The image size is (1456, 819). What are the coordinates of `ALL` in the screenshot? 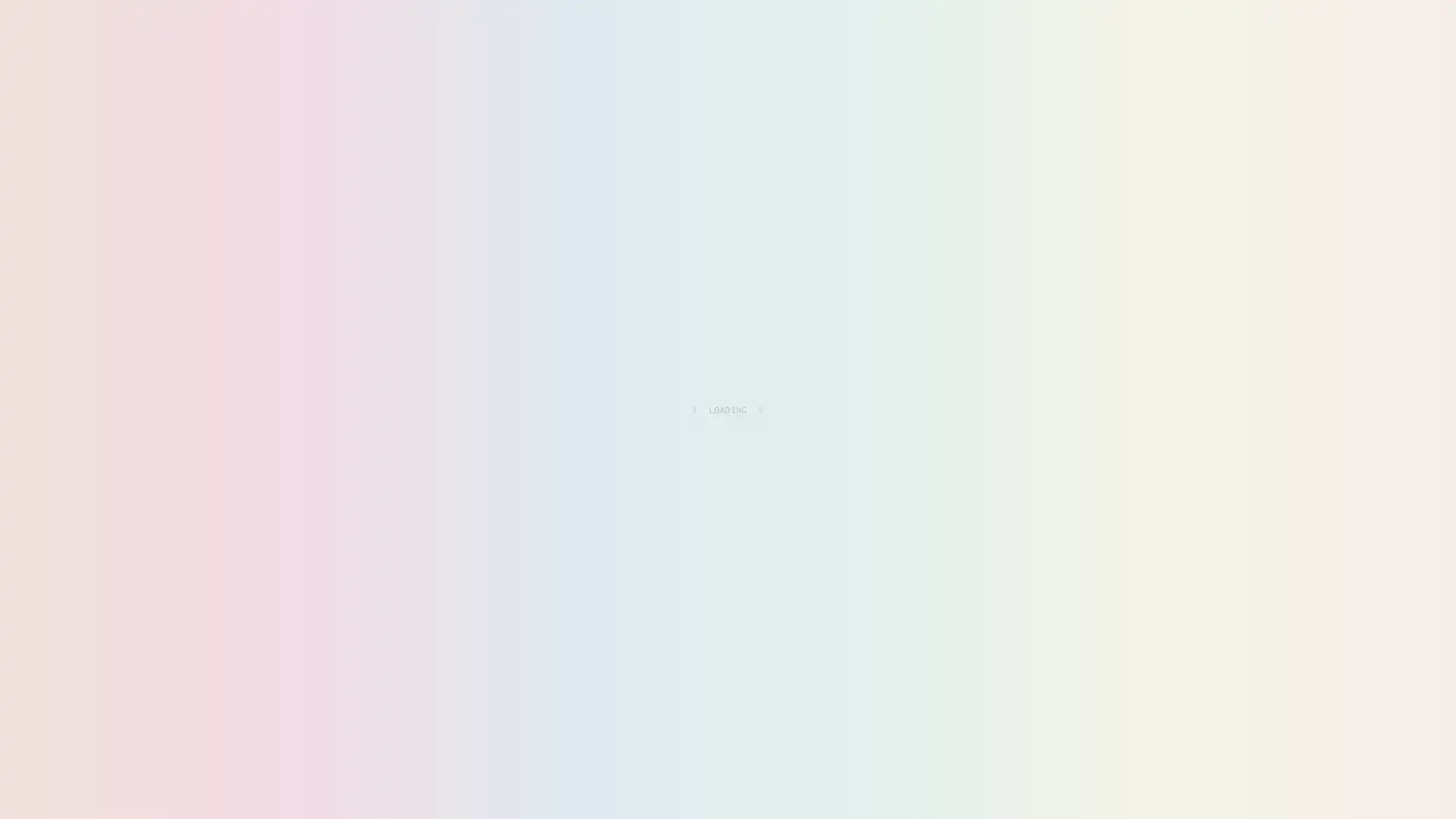 It's located at (179, 152).